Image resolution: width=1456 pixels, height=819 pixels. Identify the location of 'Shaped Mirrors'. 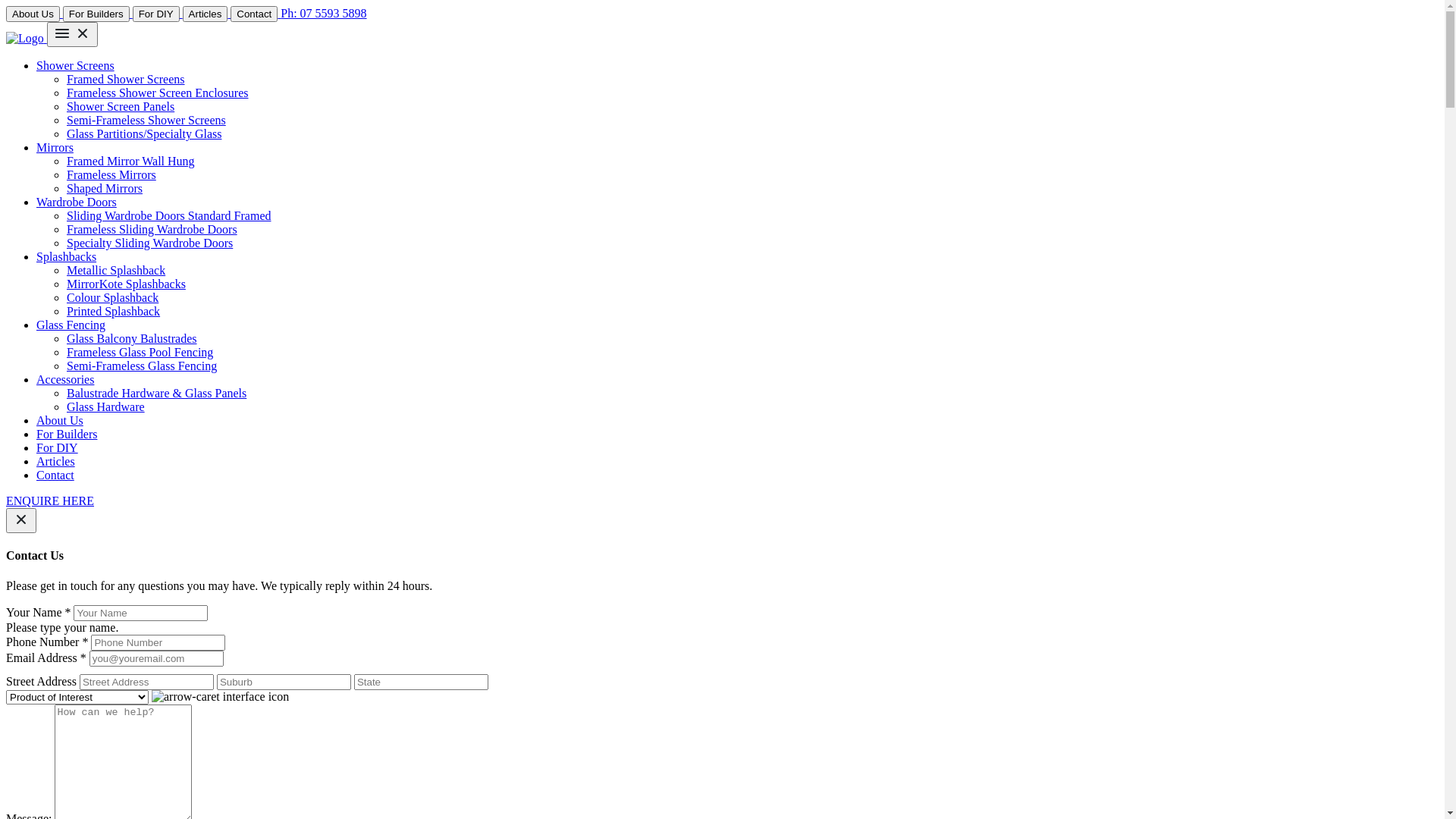
(65, 187).